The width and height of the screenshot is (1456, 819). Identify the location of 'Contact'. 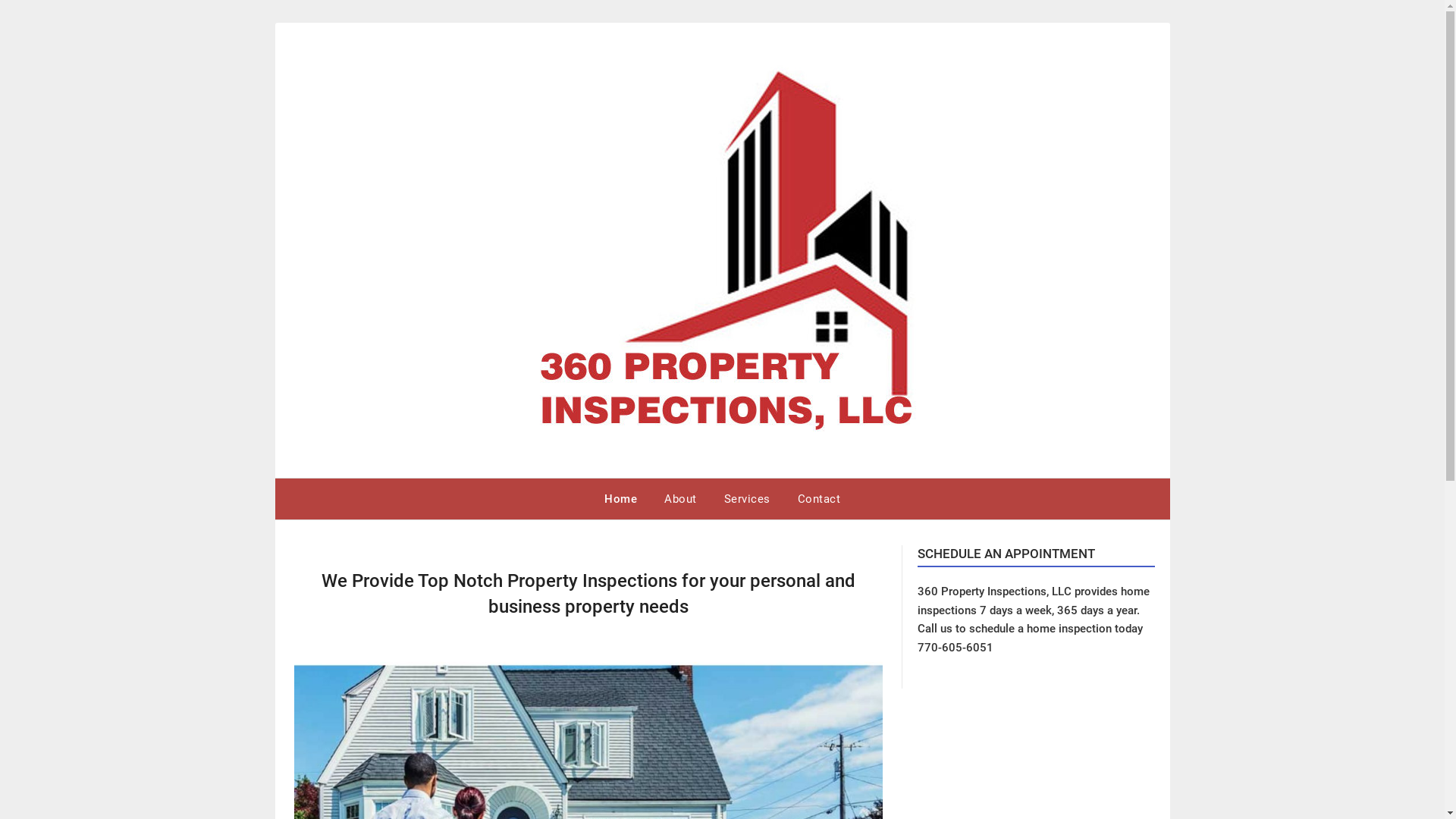
(818, 499).